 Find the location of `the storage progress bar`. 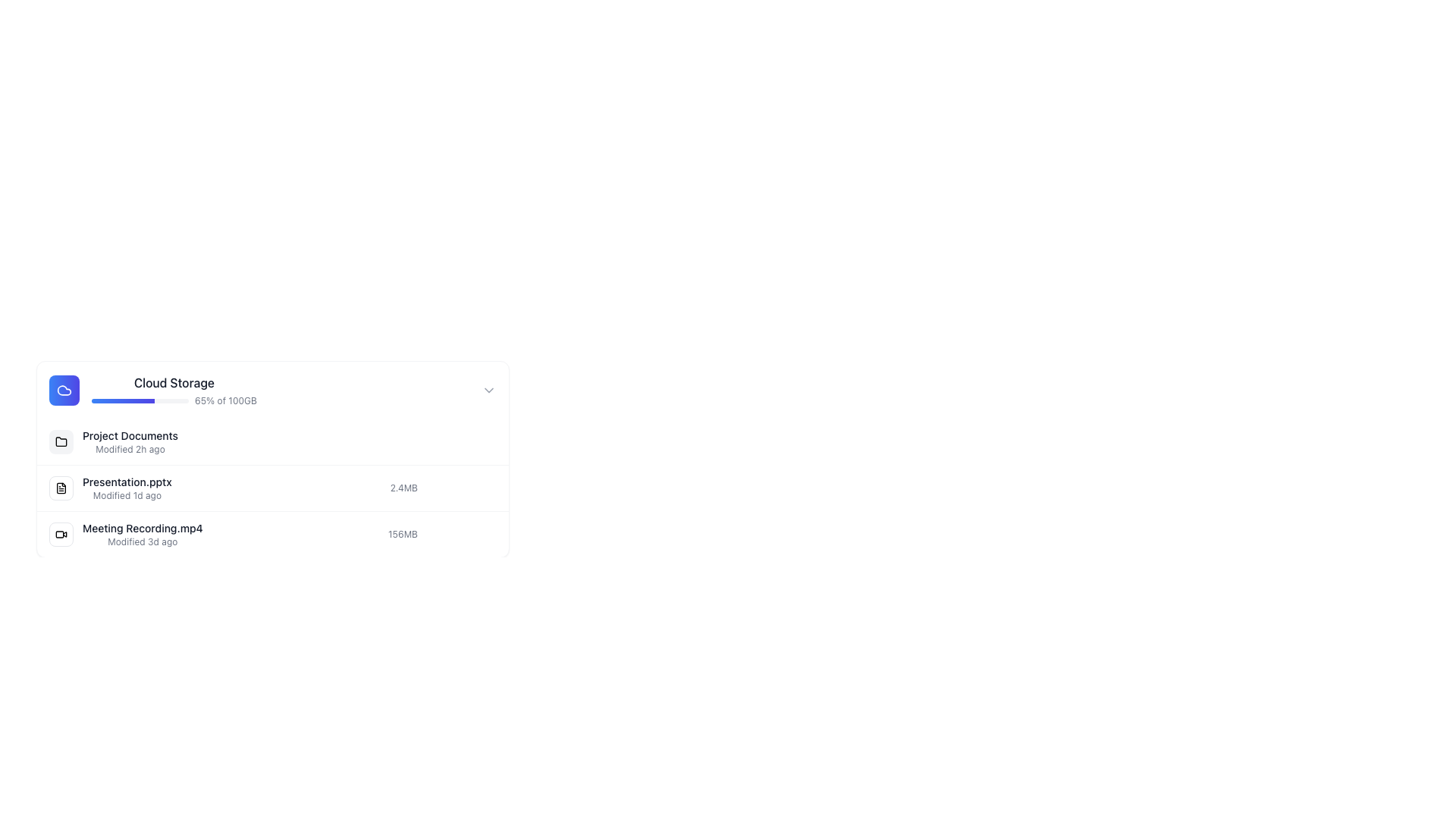

the storage progress bar is located at coordinates (127, 400).